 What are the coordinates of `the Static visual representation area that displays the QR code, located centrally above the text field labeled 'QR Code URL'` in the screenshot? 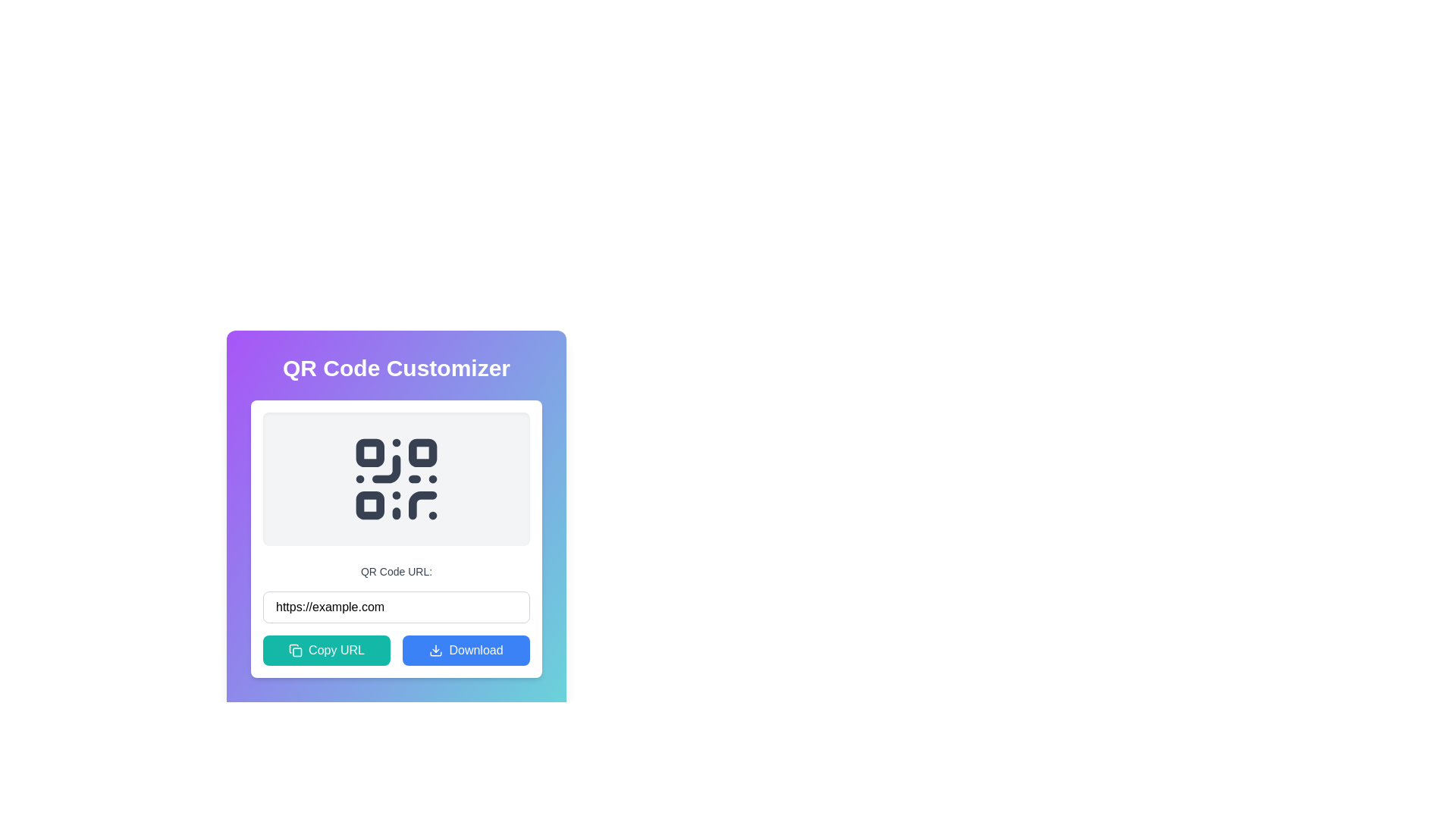 It's located at (397, 479).